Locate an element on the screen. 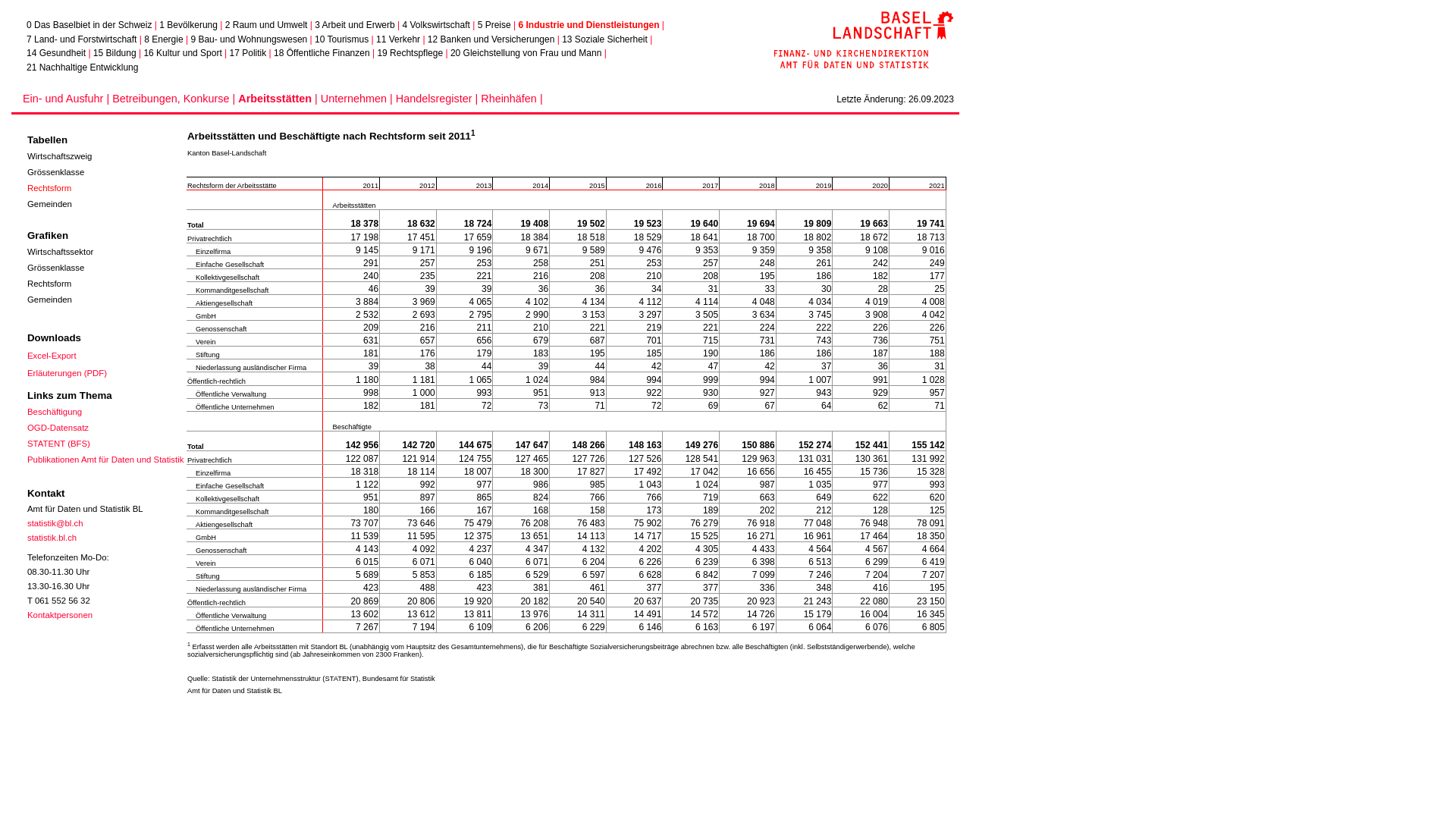 The height and width of the screenshot is (819, 1456). '12 Banken und Versicherungen' is located at coordinates (491, 38).